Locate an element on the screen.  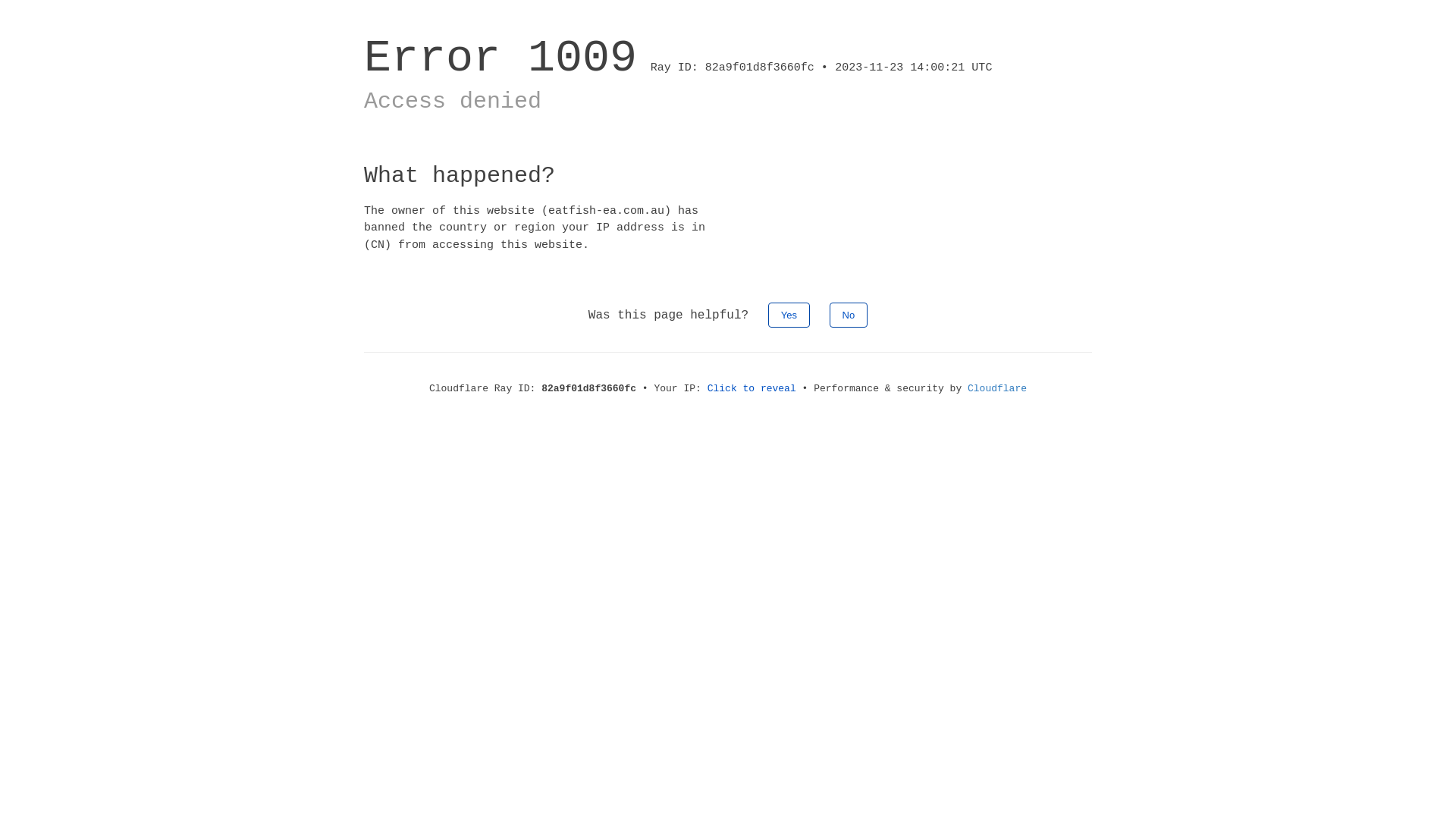
'No' is located at coordinates (848, 314).